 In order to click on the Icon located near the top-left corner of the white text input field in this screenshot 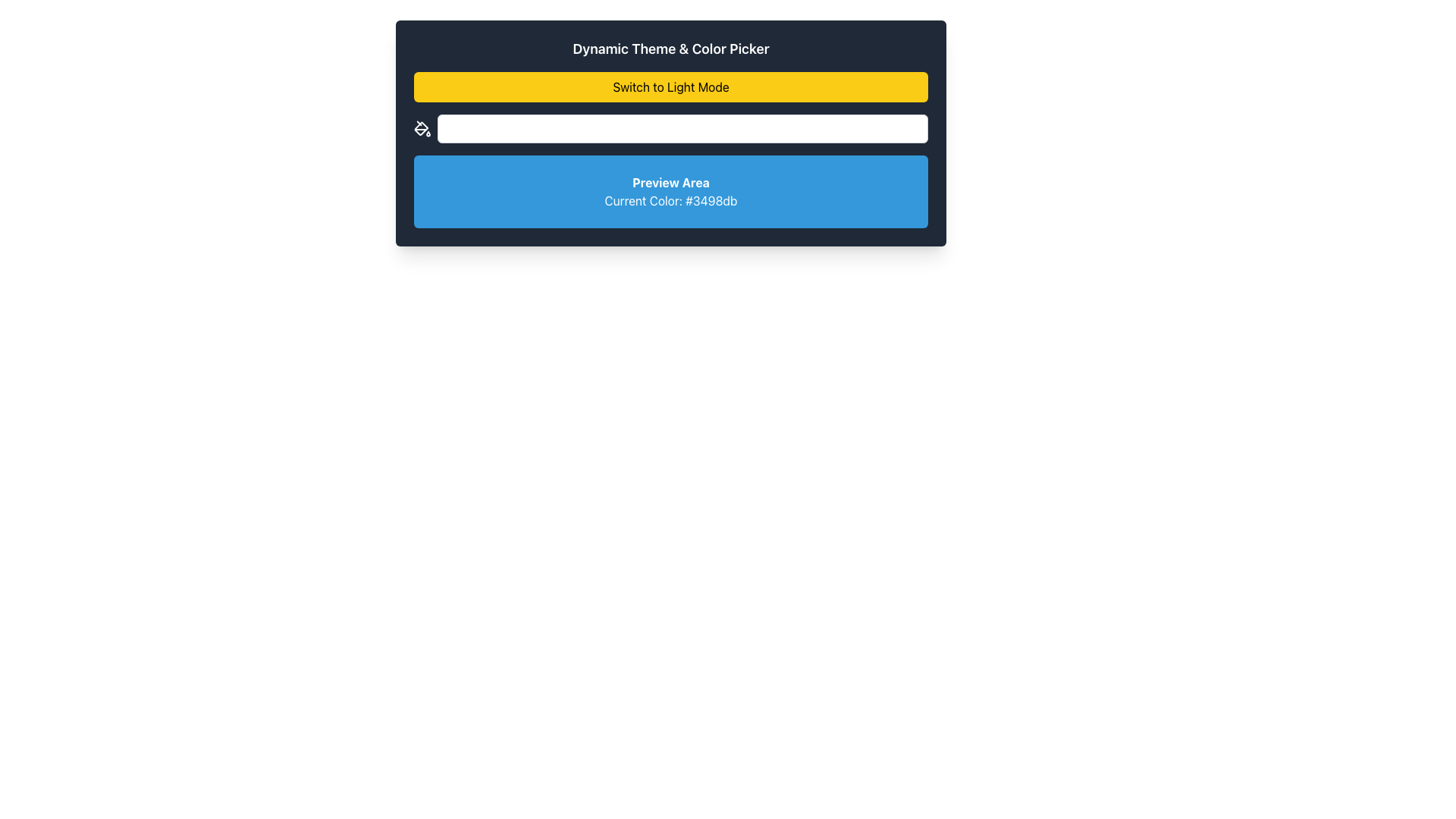, I will do `click(421, 127)`.